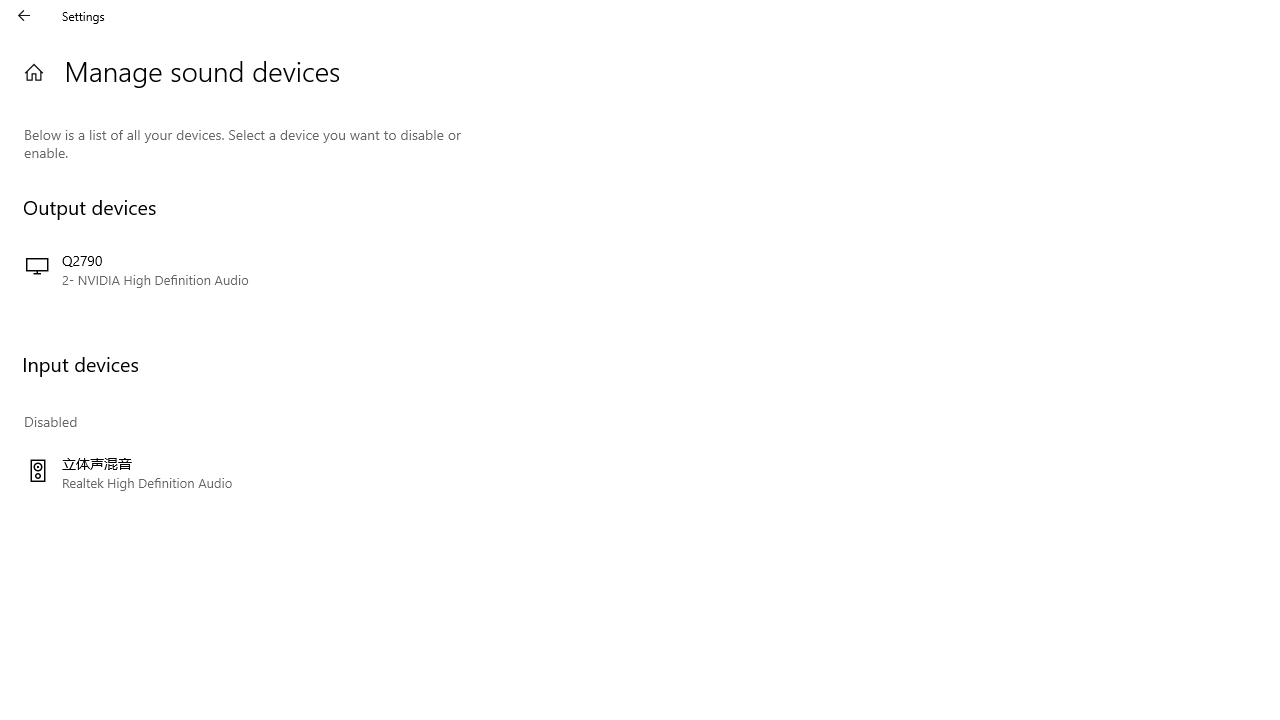 The image size is (1280, 720). I want to click on 'Back', so click(24, 15).